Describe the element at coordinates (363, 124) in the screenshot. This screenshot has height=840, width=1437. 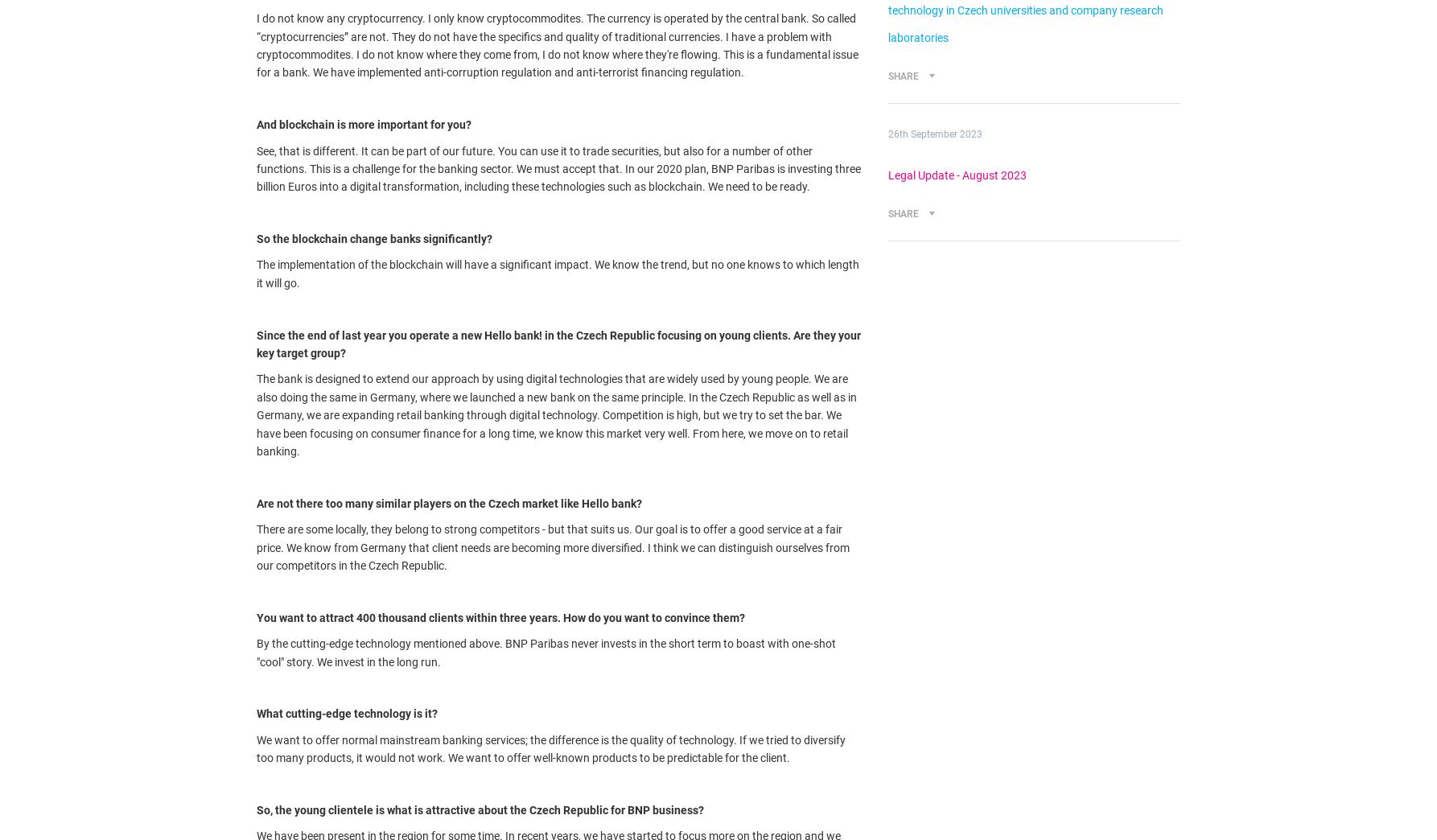
I see `'And blockchain is more important for you?'` at that location.